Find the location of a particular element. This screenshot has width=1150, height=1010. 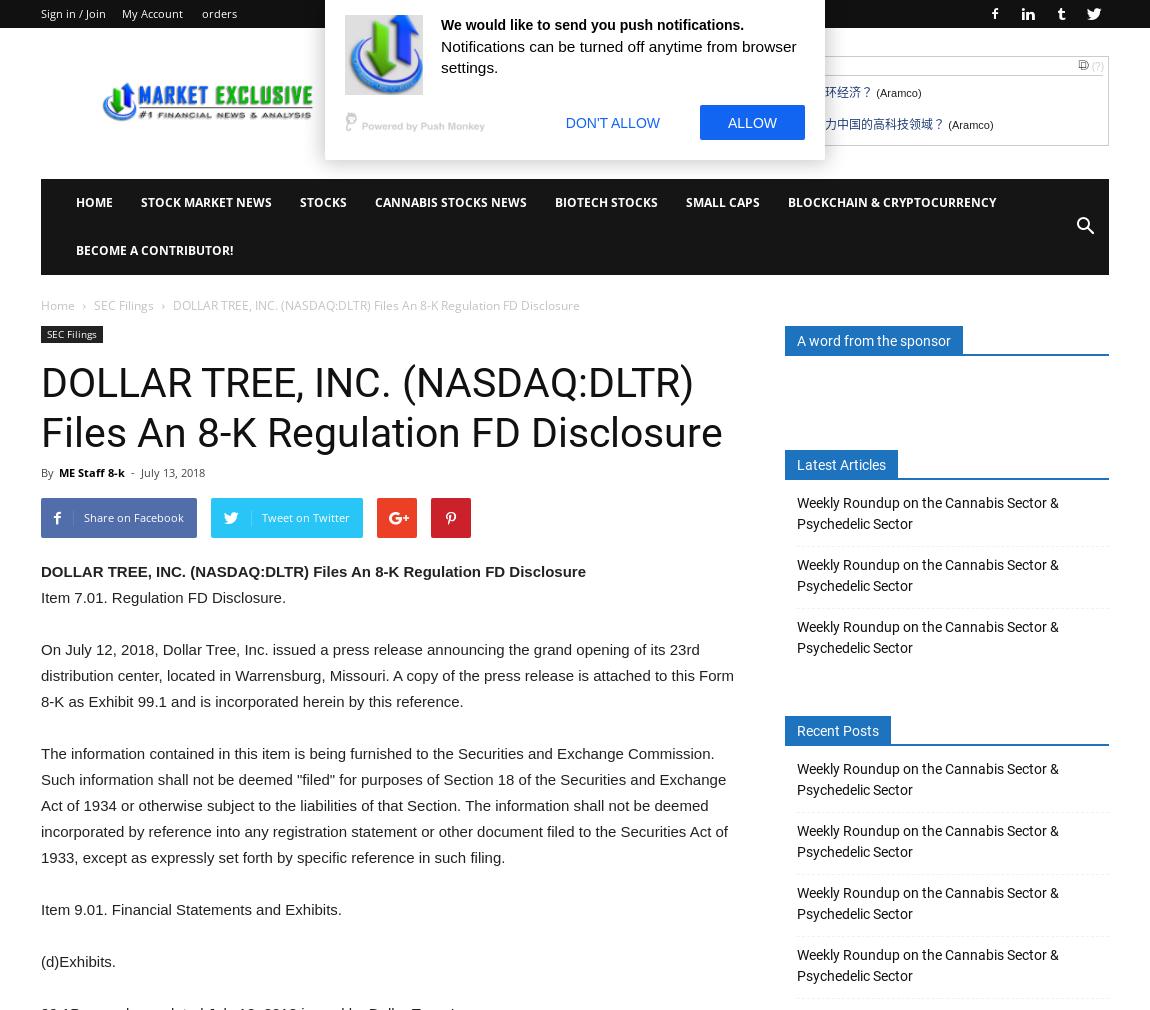

'July 13, 2018' is located at coordinates (171, 472).